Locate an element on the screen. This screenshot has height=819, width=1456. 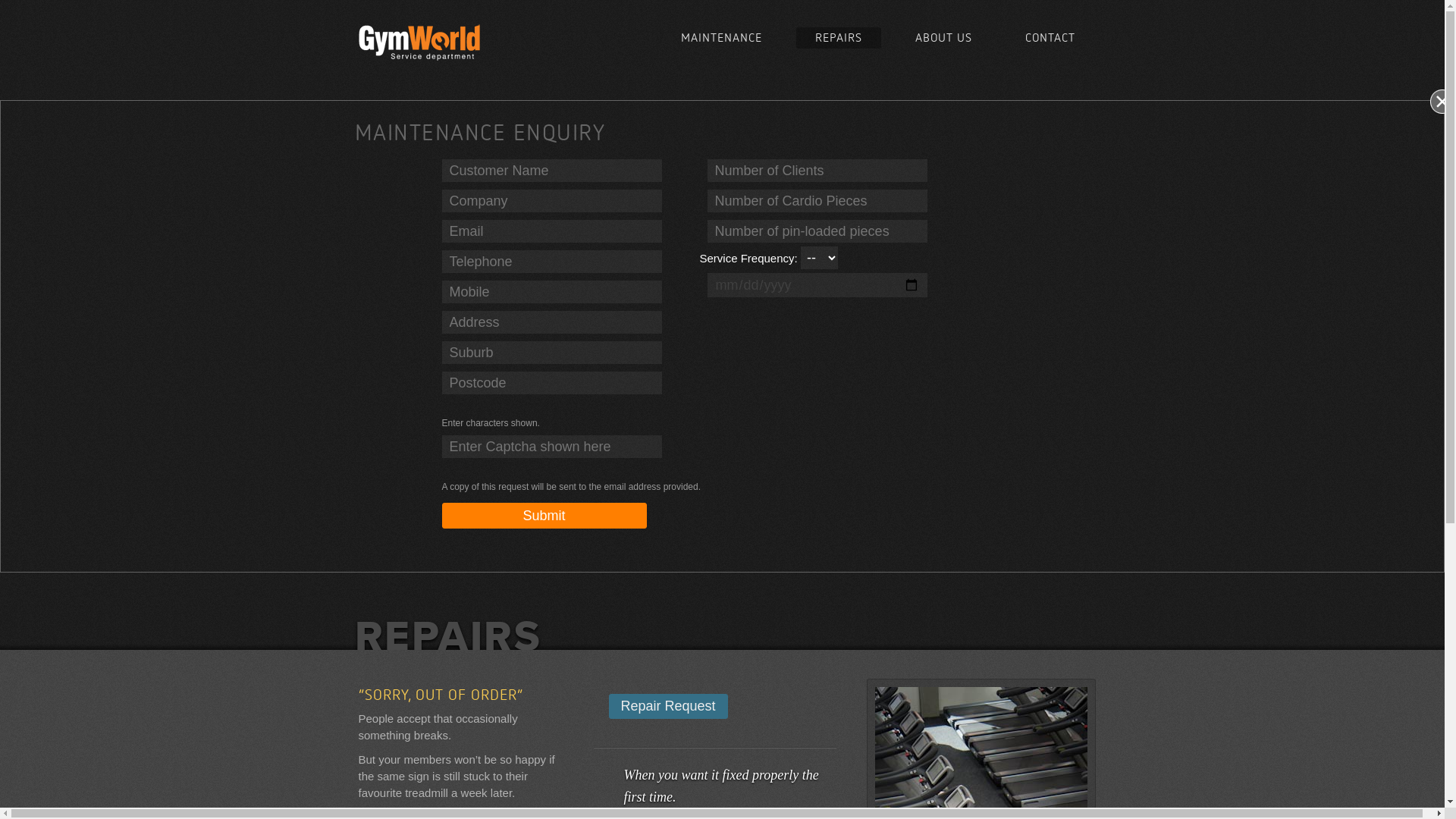
'CONTACT' is located at coordinates (1005, 37).